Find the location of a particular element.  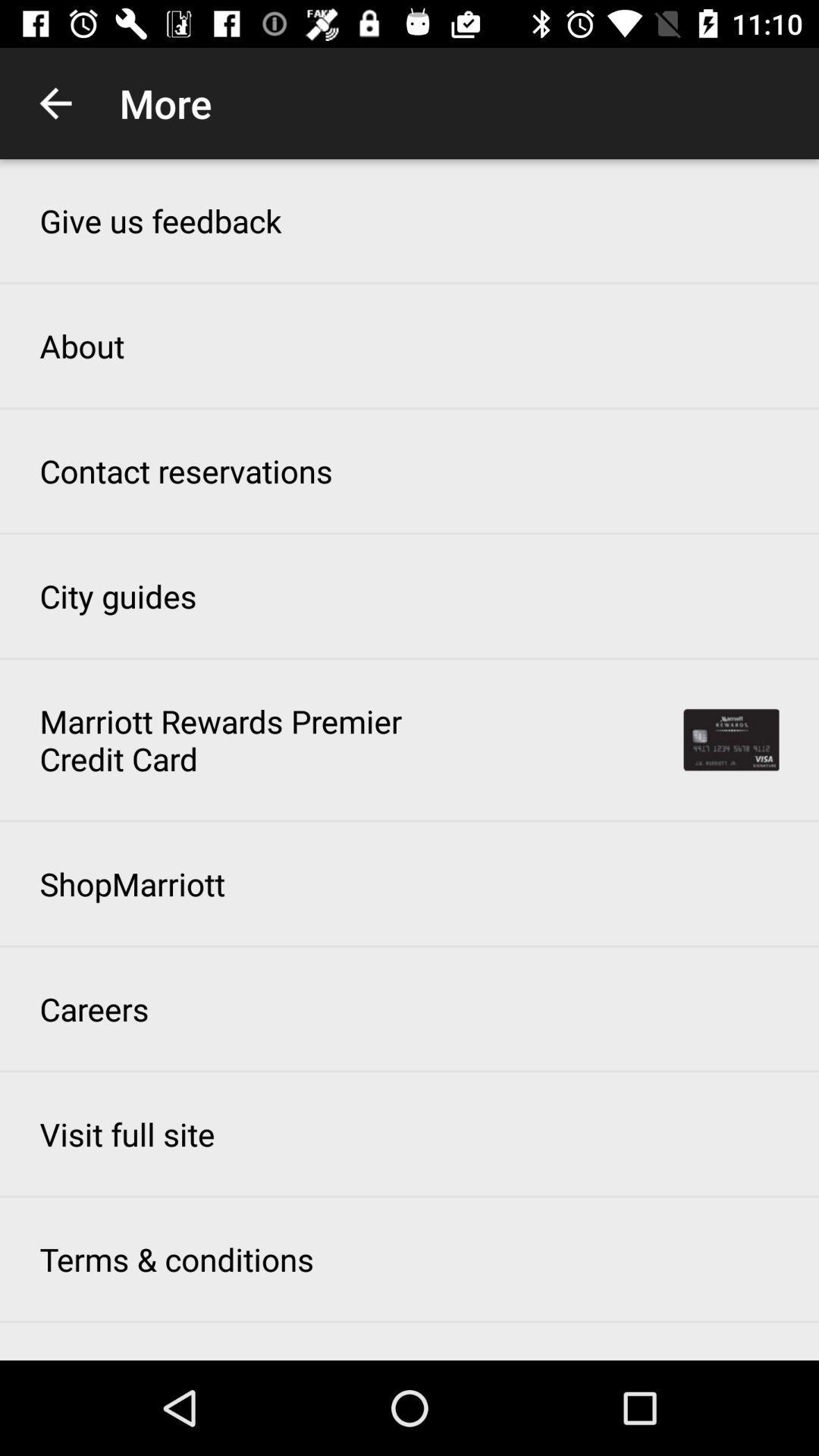

the item below city guides icon is located at coordinates (230, 739).